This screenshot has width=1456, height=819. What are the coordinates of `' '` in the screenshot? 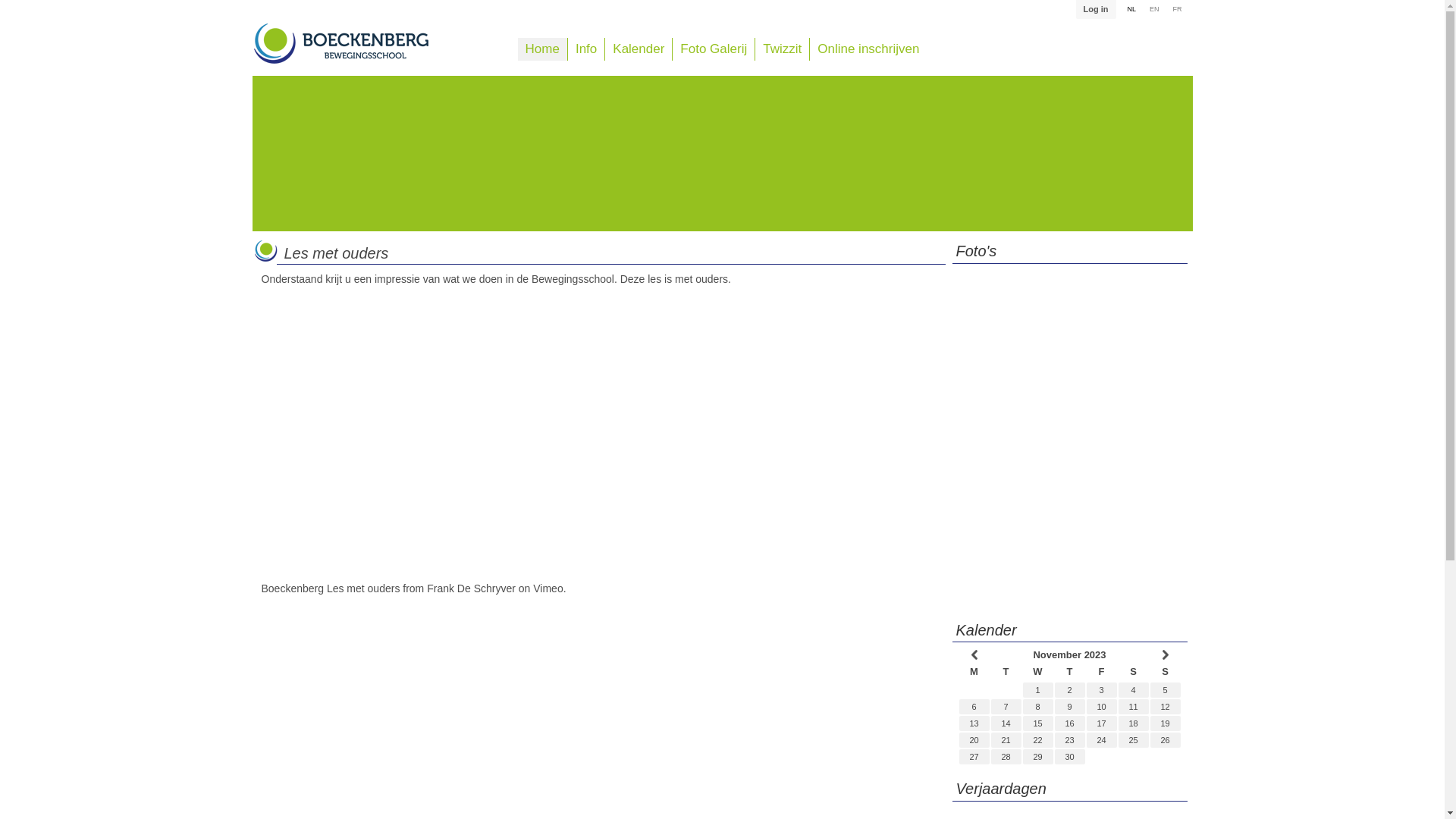 It's located at (1164, 654).